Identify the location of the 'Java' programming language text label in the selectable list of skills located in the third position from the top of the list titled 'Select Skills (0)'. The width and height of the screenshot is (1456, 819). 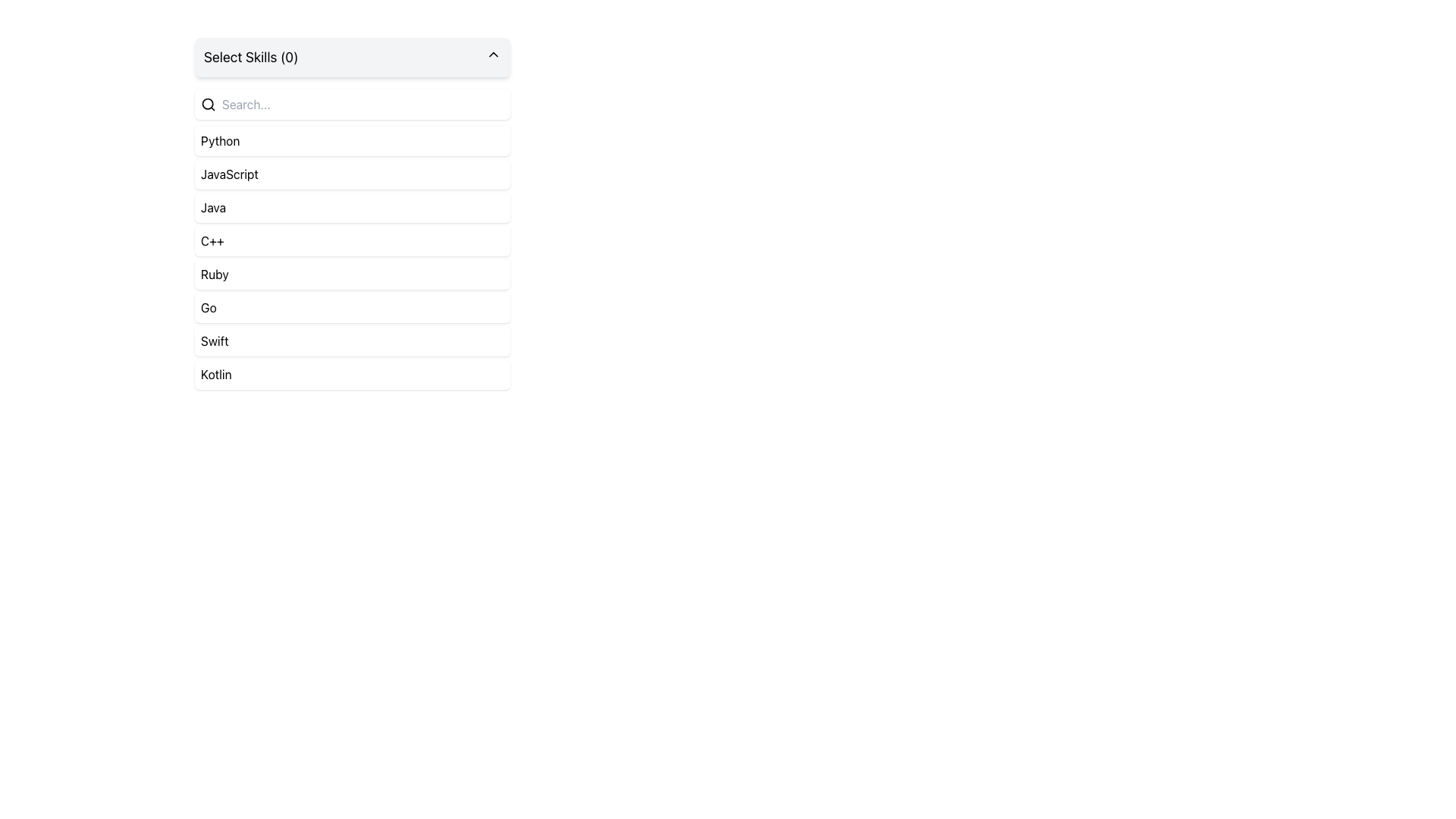
(212, 207).